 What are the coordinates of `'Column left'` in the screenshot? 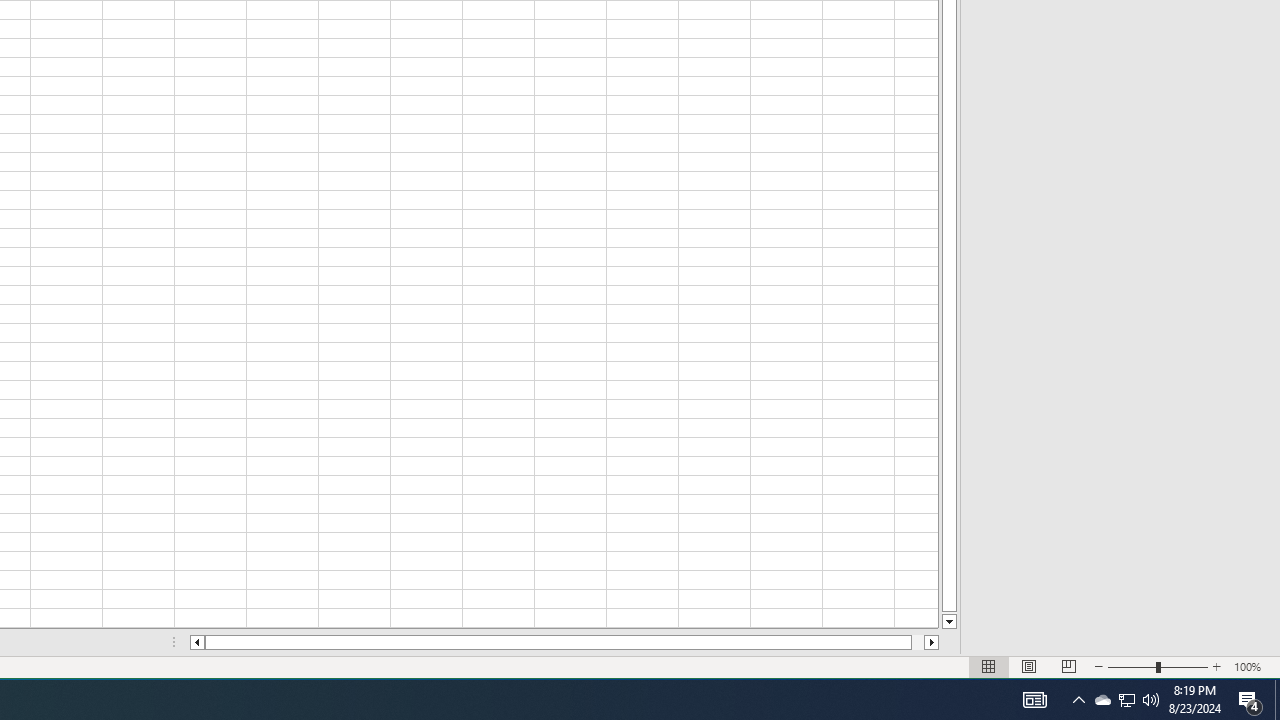 It's located at (196, 642).